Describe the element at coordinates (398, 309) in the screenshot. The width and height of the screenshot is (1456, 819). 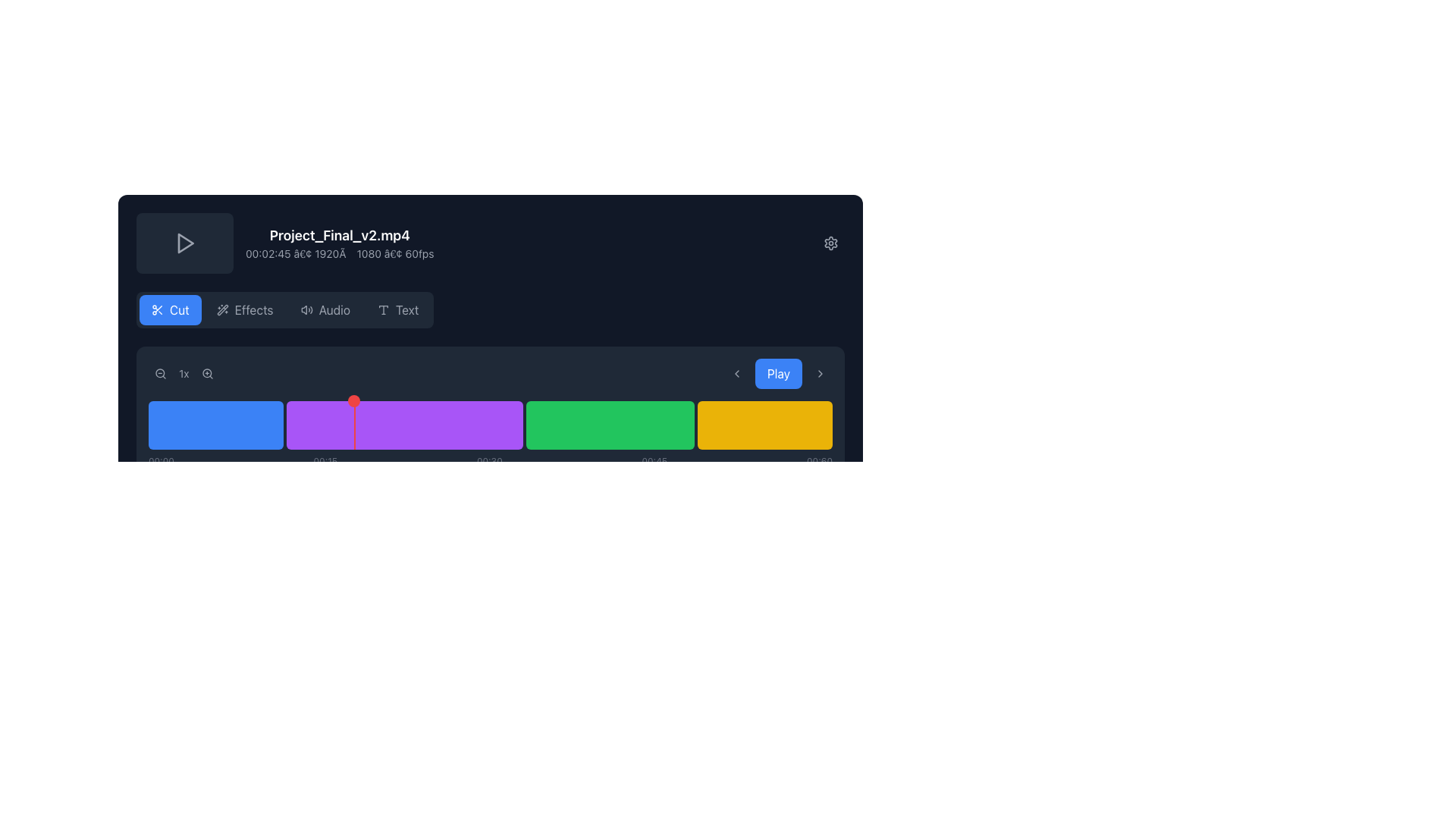
I see `the button with an icon and text label that activates or navigates to the Text feature of the application, located last in the row of options after the 'Cut', 'Effects', and 'Audio' buttons` at that location.